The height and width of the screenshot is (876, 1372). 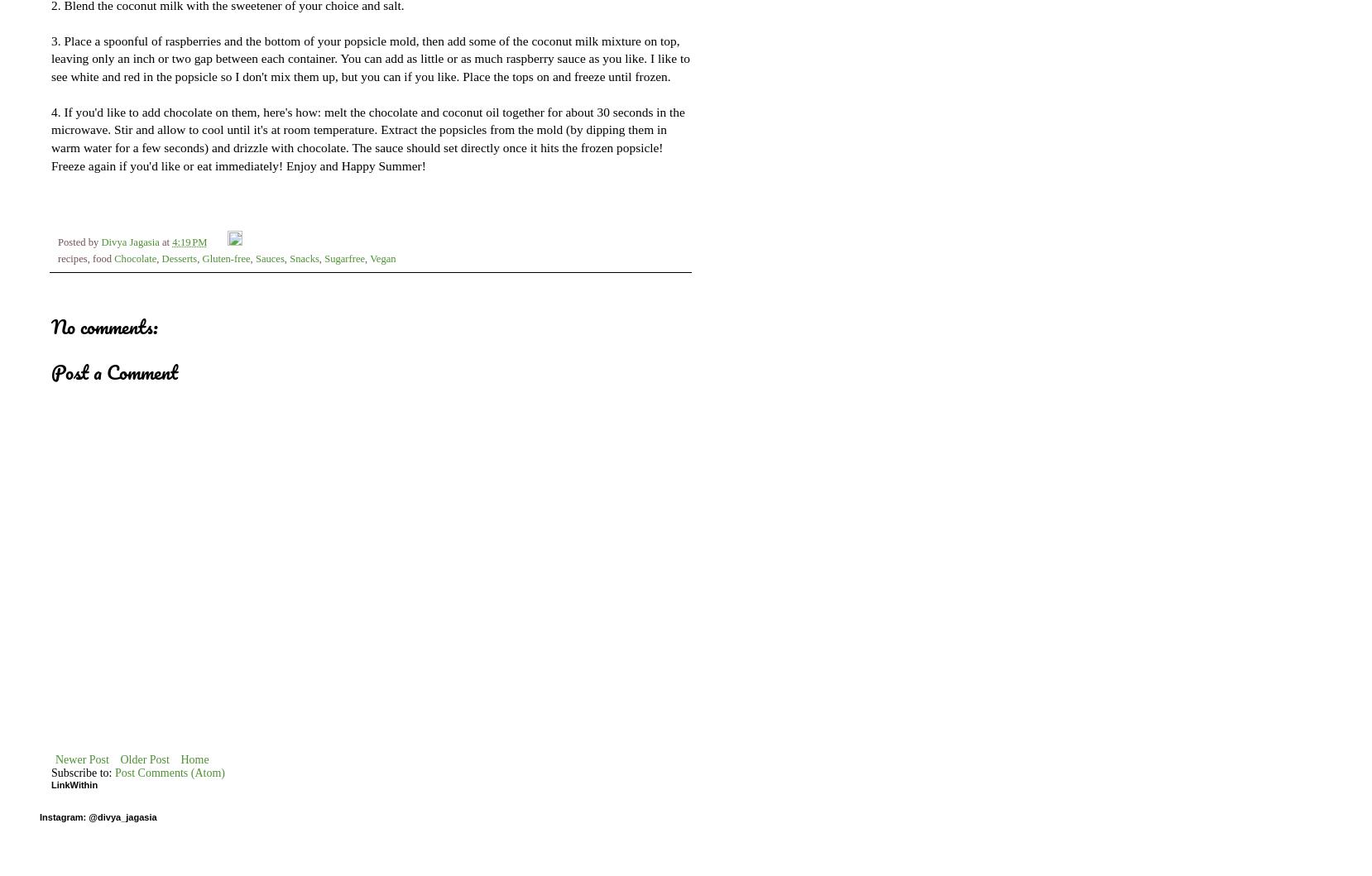 I want to click on 'Sauces', so click(x=254, y=259).